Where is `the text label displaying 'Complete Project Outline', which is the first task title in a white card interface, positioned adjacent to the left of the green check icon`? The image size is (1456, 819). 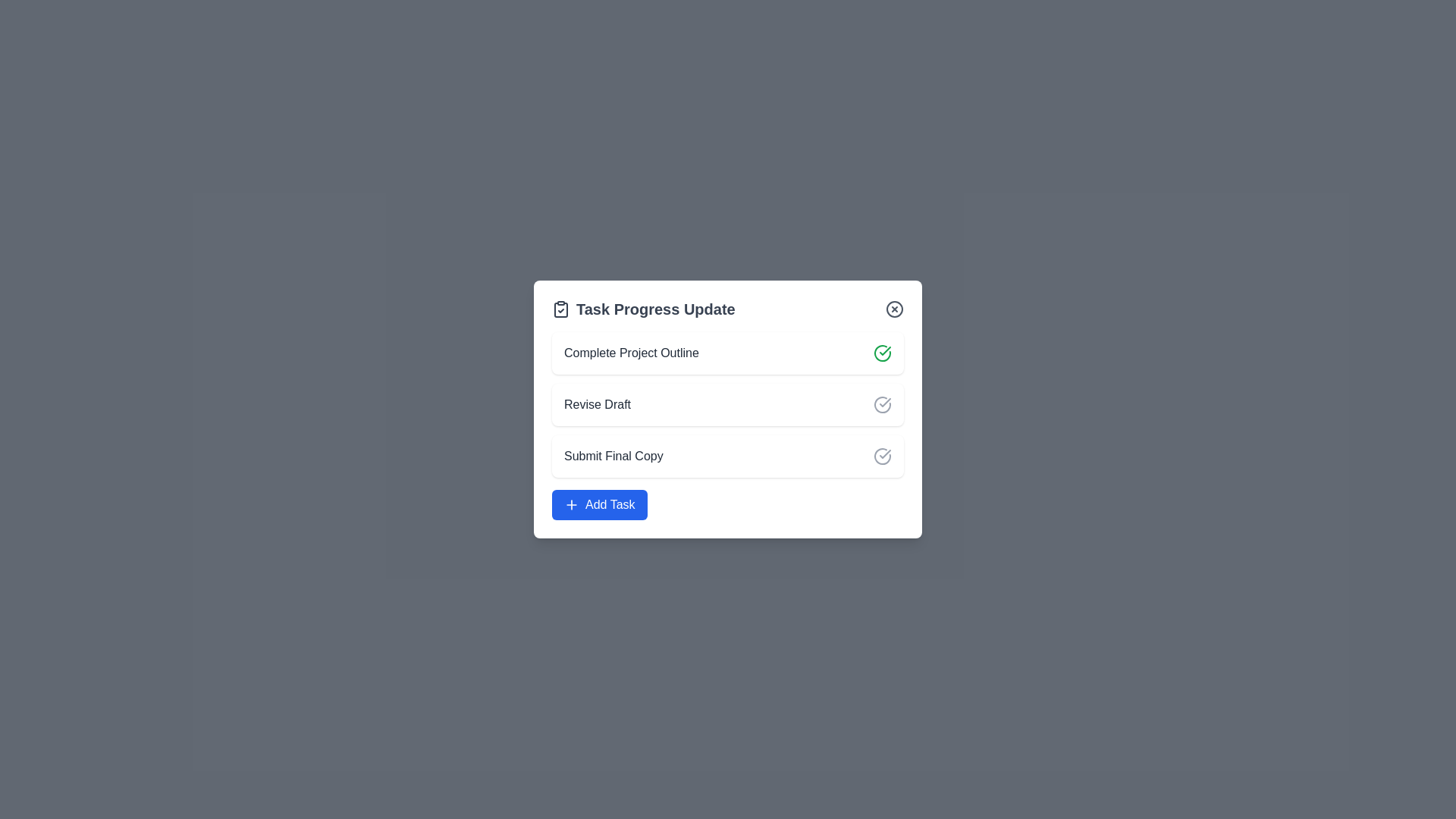
the text label displaying 'Complete Project Outline', which is the first task title in a white card interface, positioned adjacent to the left of the green check icon is located at coordinates (631, 353).